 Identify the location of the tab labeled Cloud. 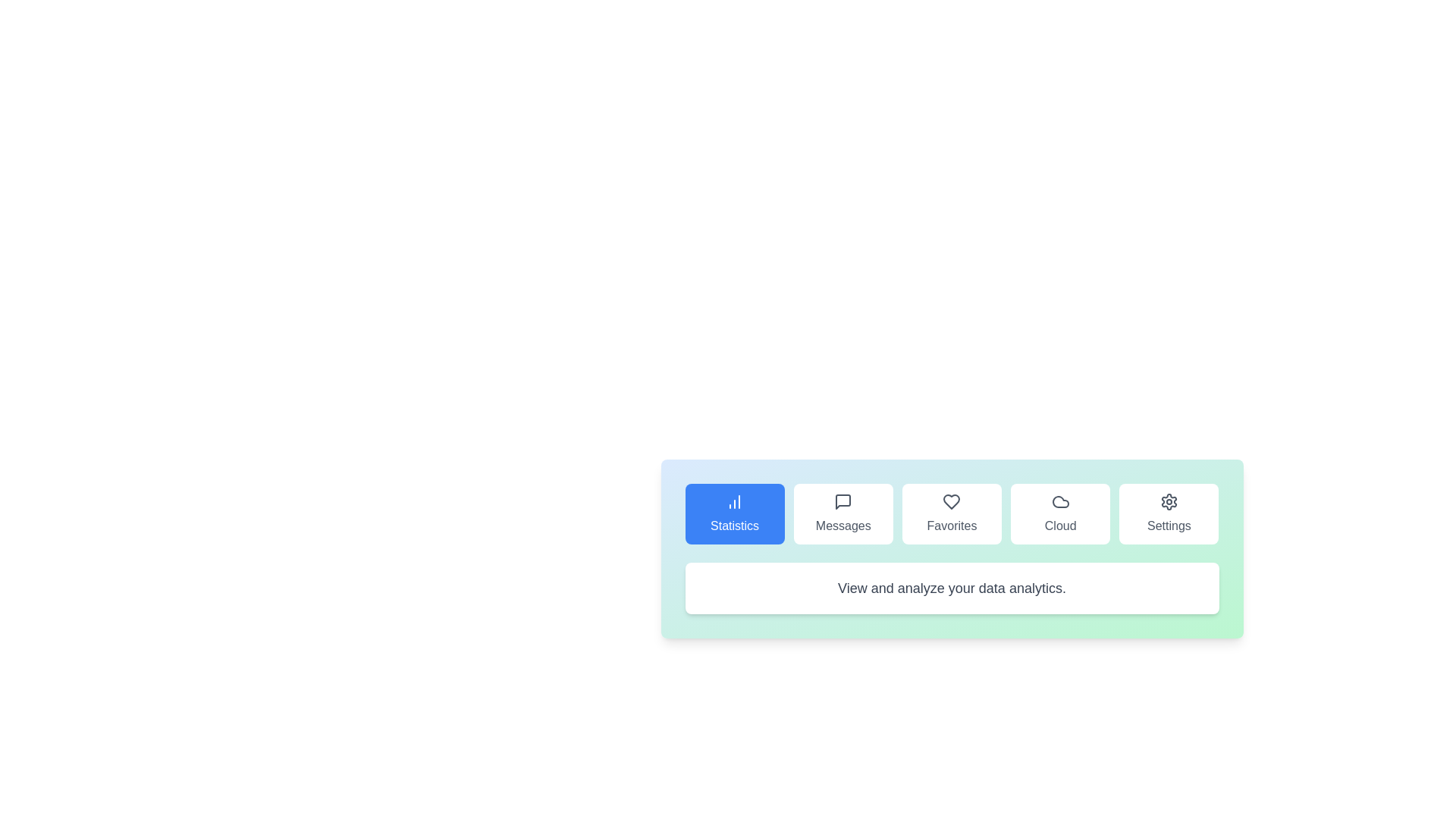
(1059, 513).